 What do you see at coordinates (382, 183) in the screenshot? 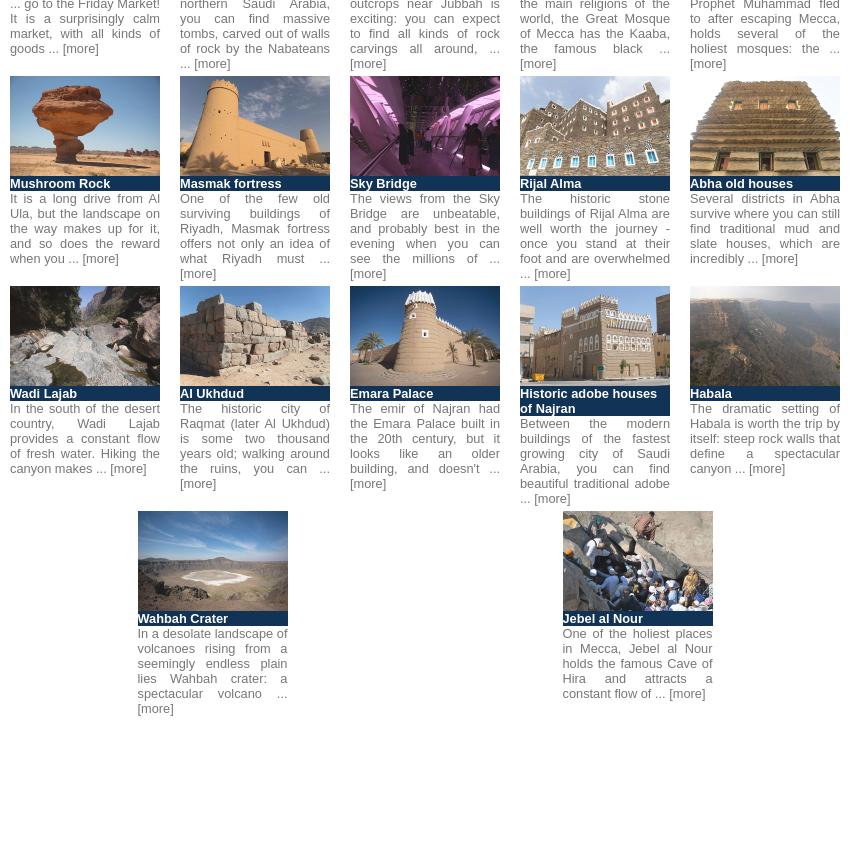
I see `'Sky Bridge'` at bounding box center [382, 183].